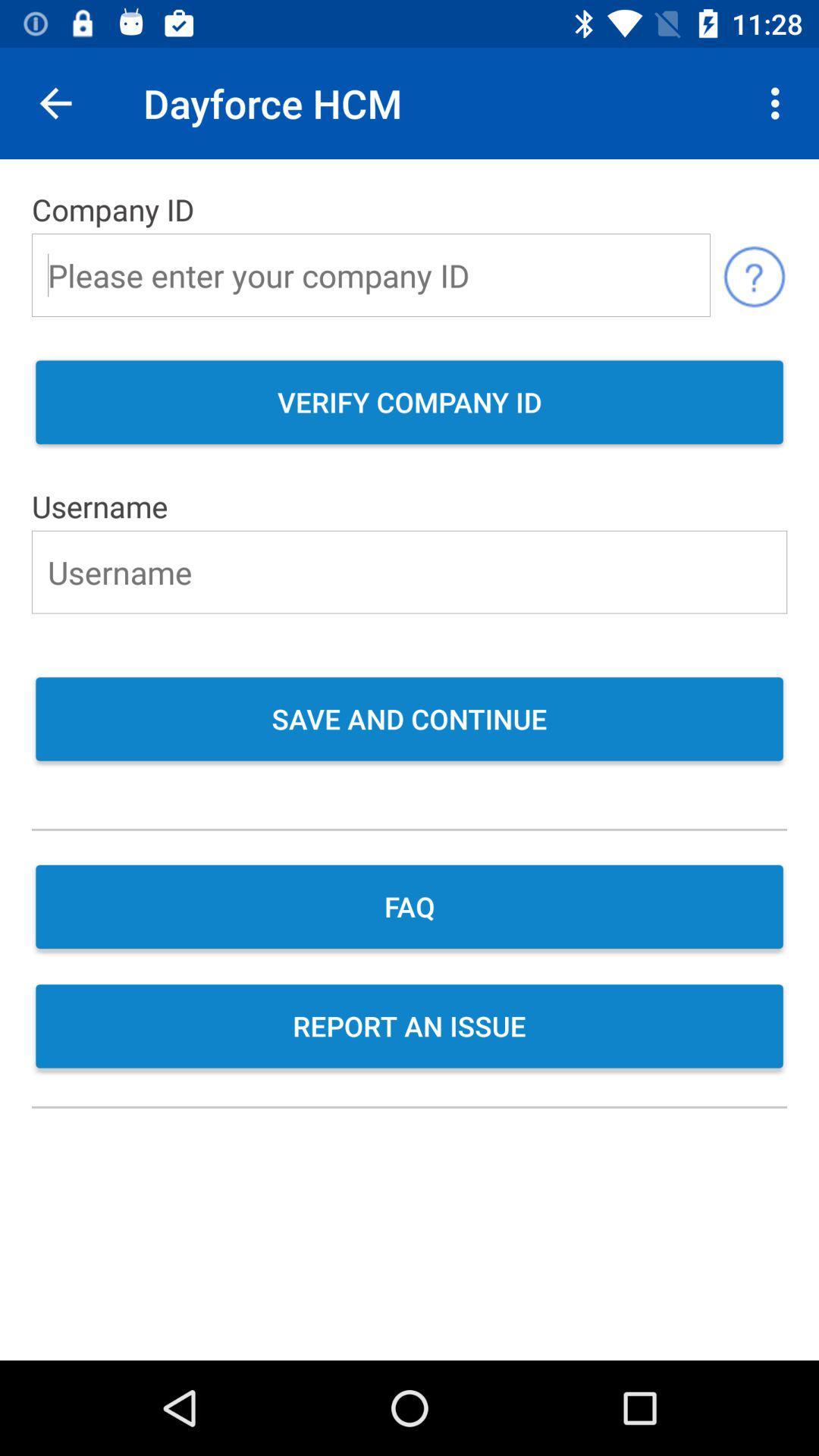 The image size is (819, 1456). What do you see at coordinates (409, 1028) in the screenshot?
I see `the report an issue icon` at bounding box center [409, 1028].